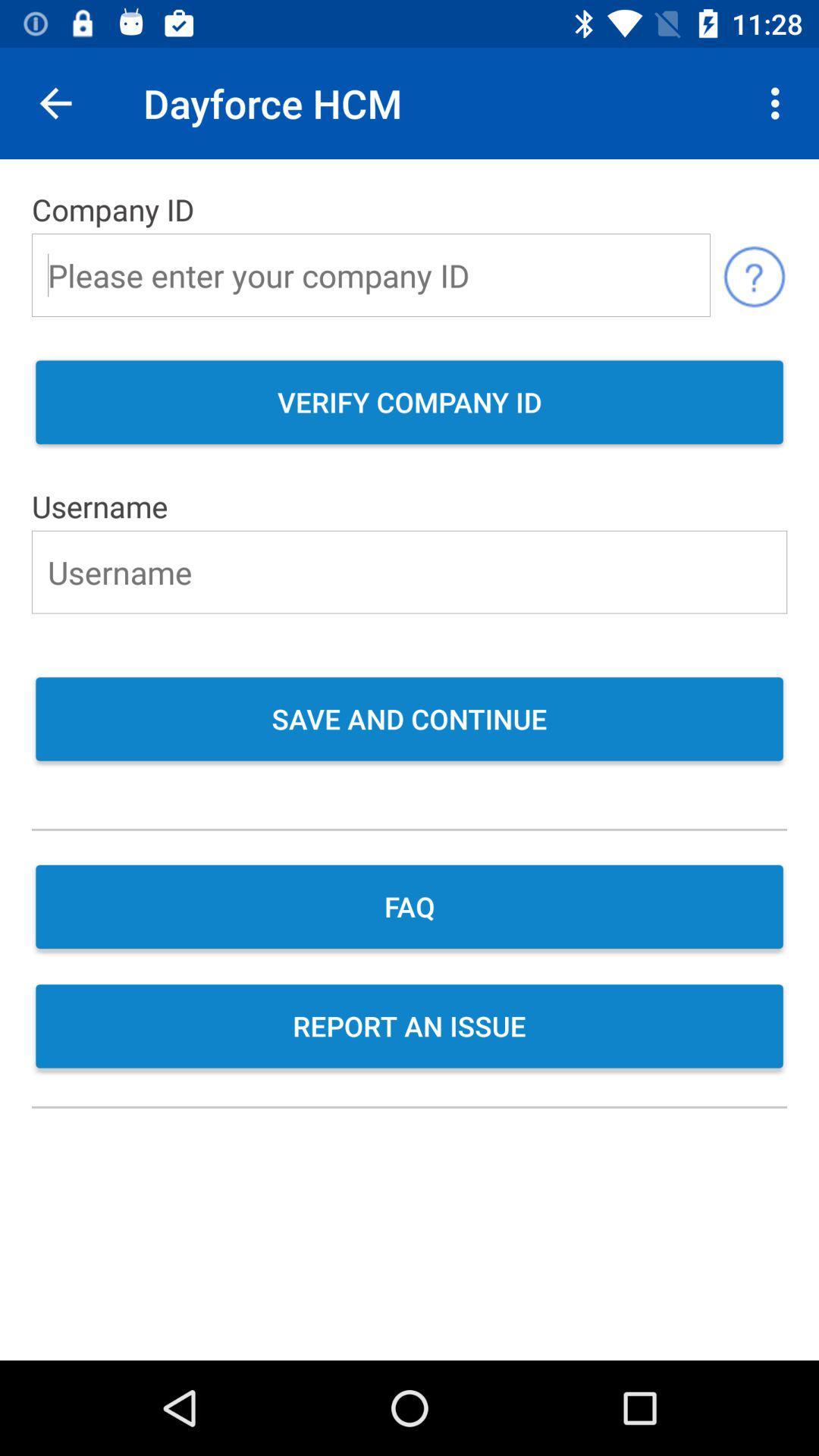 The image size is (819, 1456). What do you see at coordinates (409, 1028) in the screenshot?
I see `the report an issue icon` at bounding box center [409, 1028].